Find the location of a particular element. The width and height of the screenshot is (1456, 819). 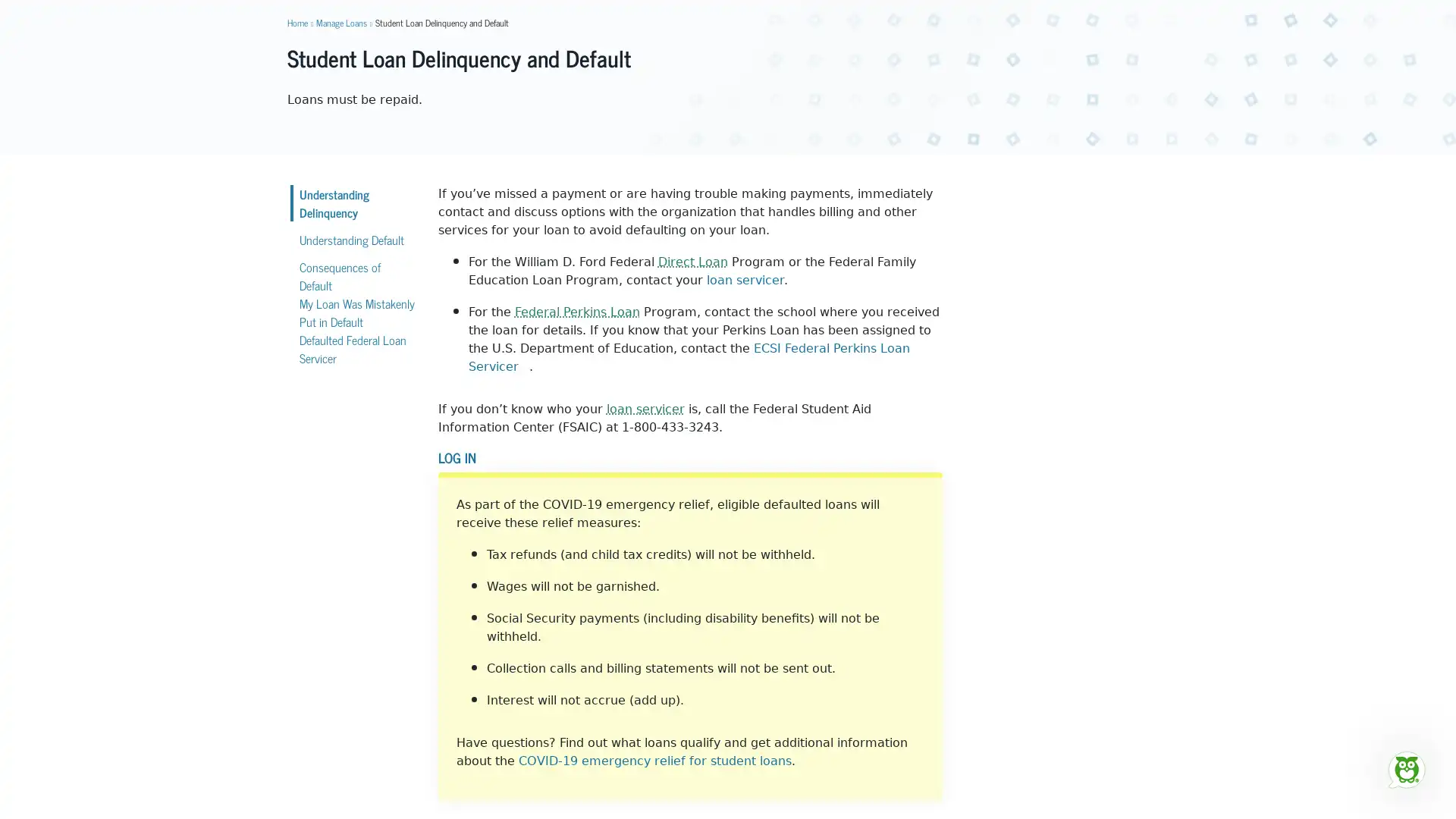

Espanol is located at coordinates (1153, 11).